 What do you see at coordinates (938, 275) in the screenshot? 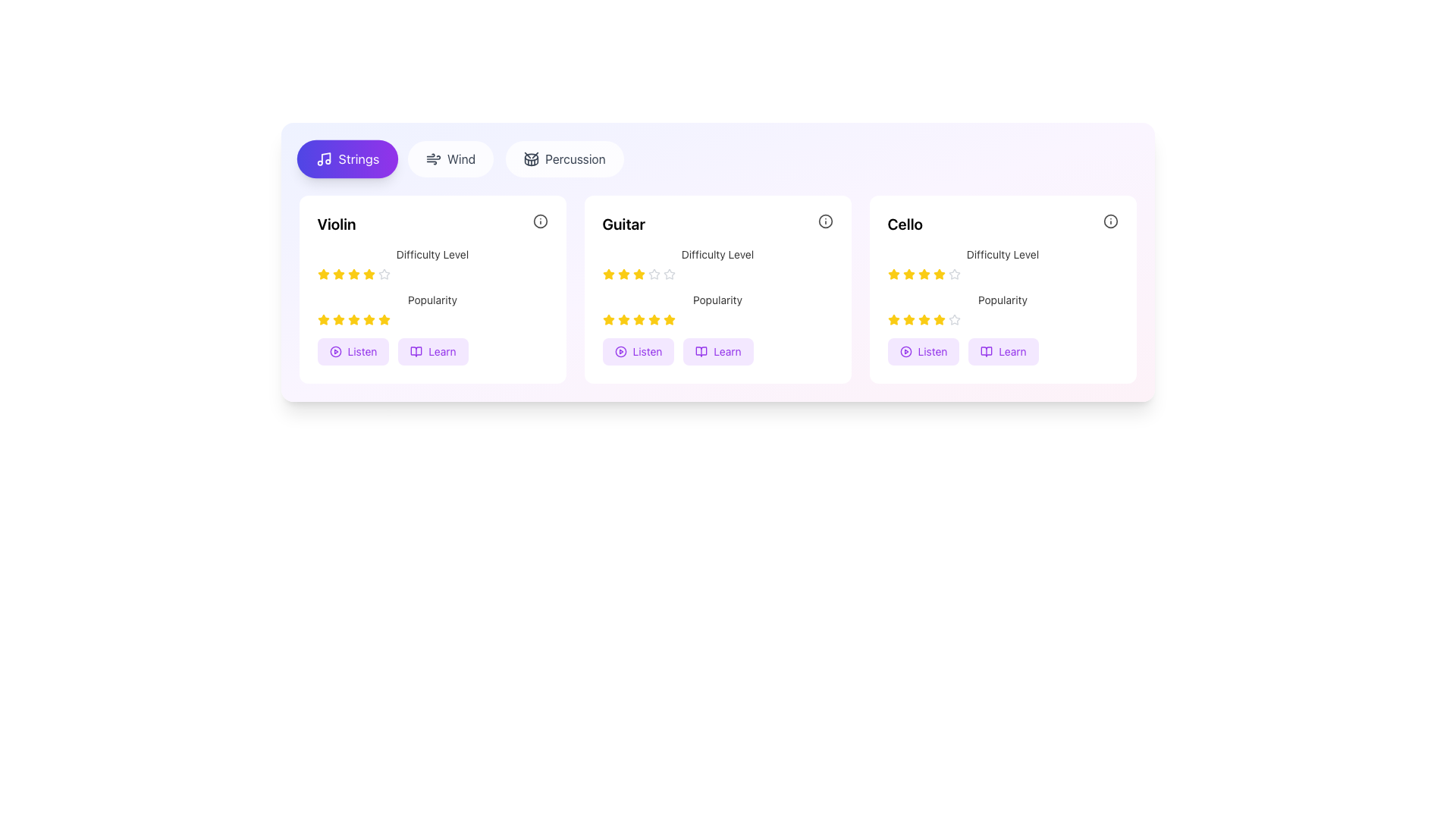
I see `the display properties of the fifth rating star icon in the row of stars, which visually represents a five-star score` at bounding box center [938, 275].